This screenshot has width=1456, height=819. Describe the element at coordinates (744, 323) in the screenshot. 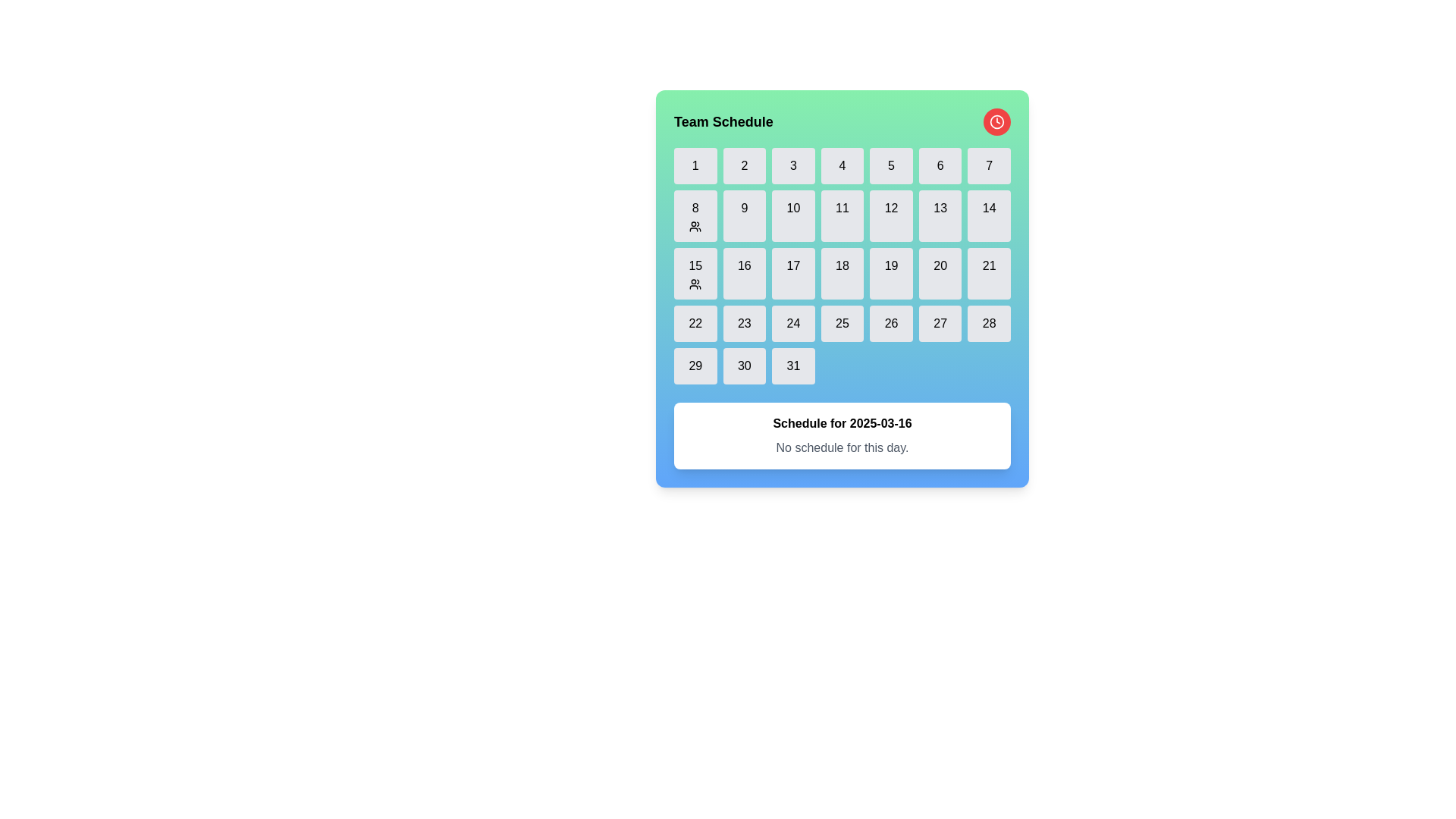

I see `the text label displaying the number '23' in a light gray button within the calendar grid` at that location.